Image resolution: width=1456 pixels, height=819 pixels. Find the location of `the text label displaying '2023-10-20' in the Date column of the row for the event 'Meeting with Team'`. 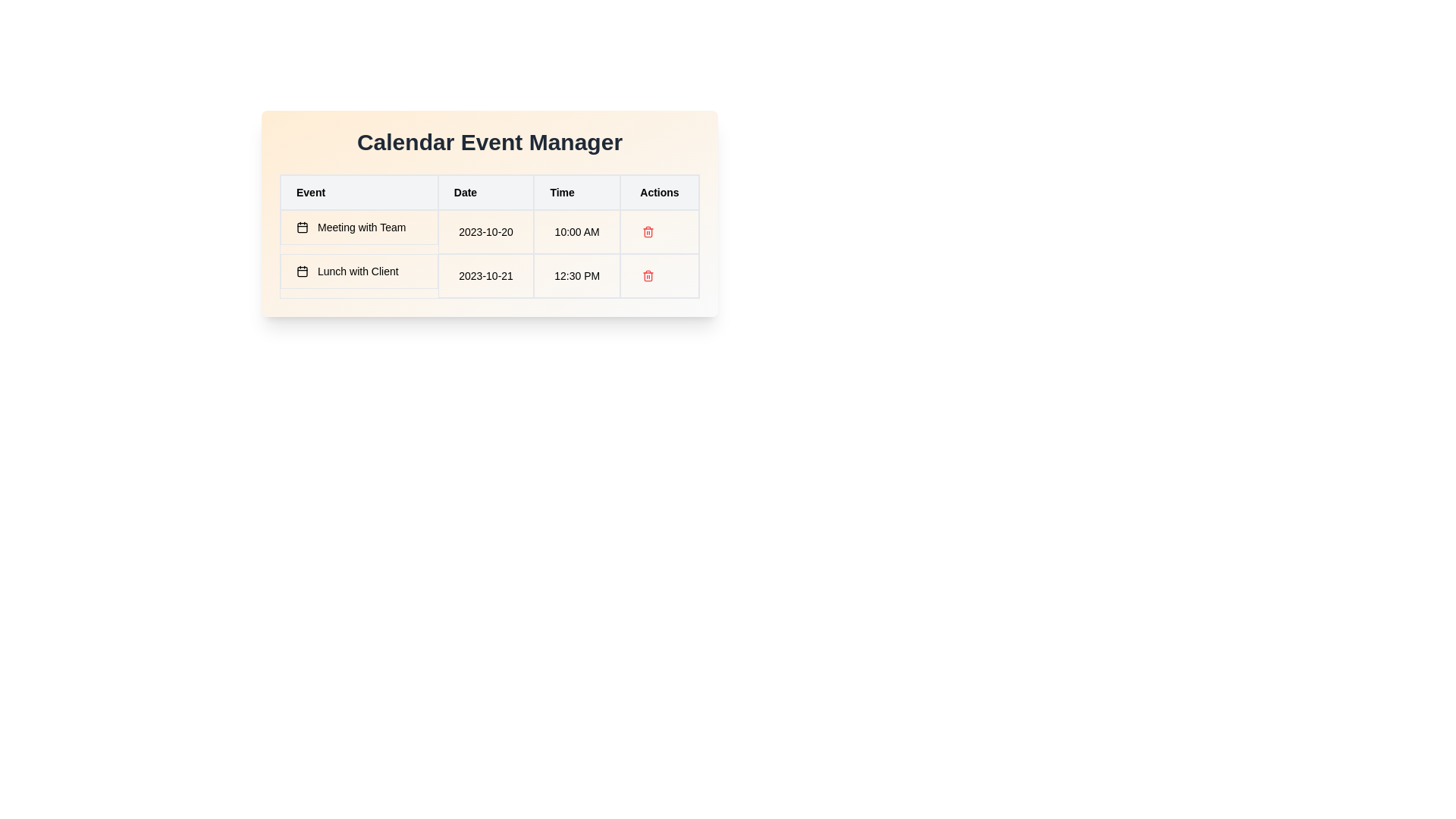

the text label displaying '2023-10-20' in the Date column of the row for the event 'Meeting with Team' is located at coordinates (490, 231).